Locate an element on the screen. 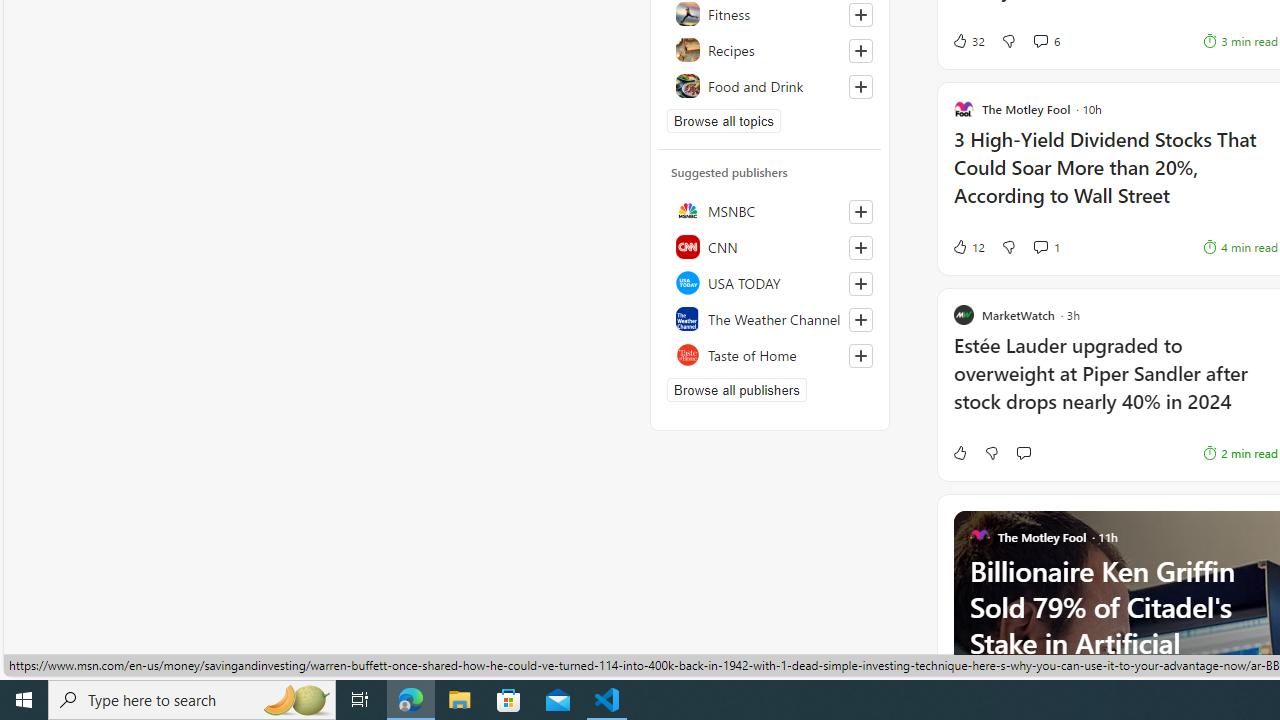  'Like' is located at coordinates (958, 452).